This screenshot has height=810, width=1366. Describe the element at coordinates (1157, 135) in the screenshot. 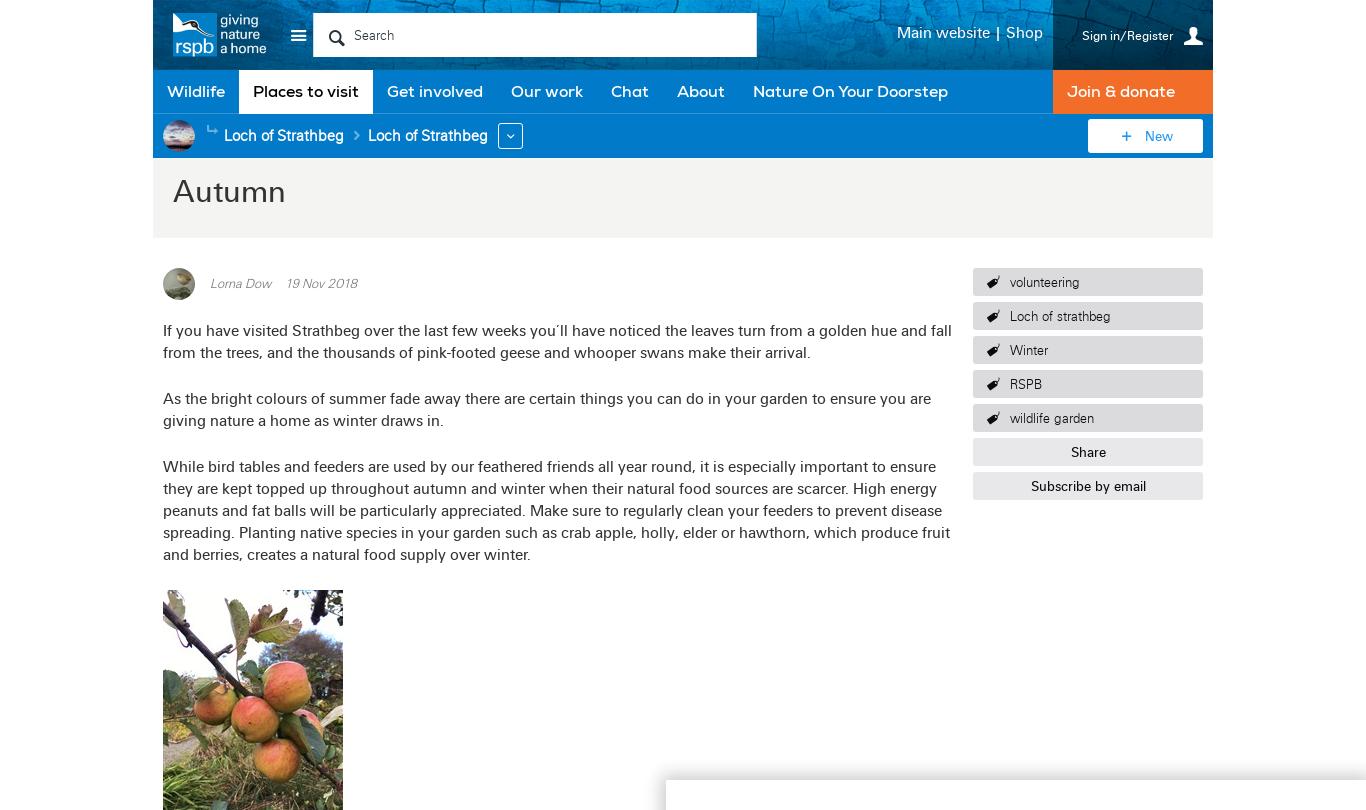

I see `'New'` at that location.